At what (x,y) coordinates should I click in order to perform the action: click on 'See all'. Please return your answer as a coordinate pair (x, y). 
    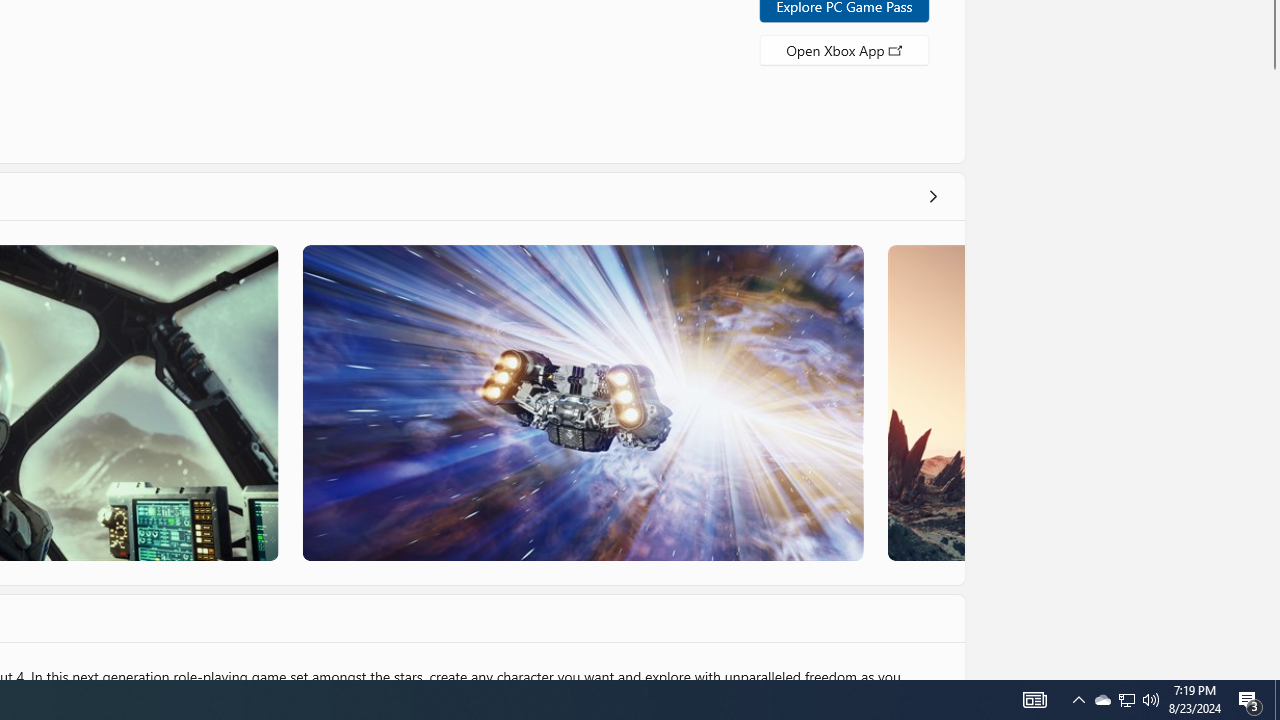
    Looking at the image, I should click on (931, 195).